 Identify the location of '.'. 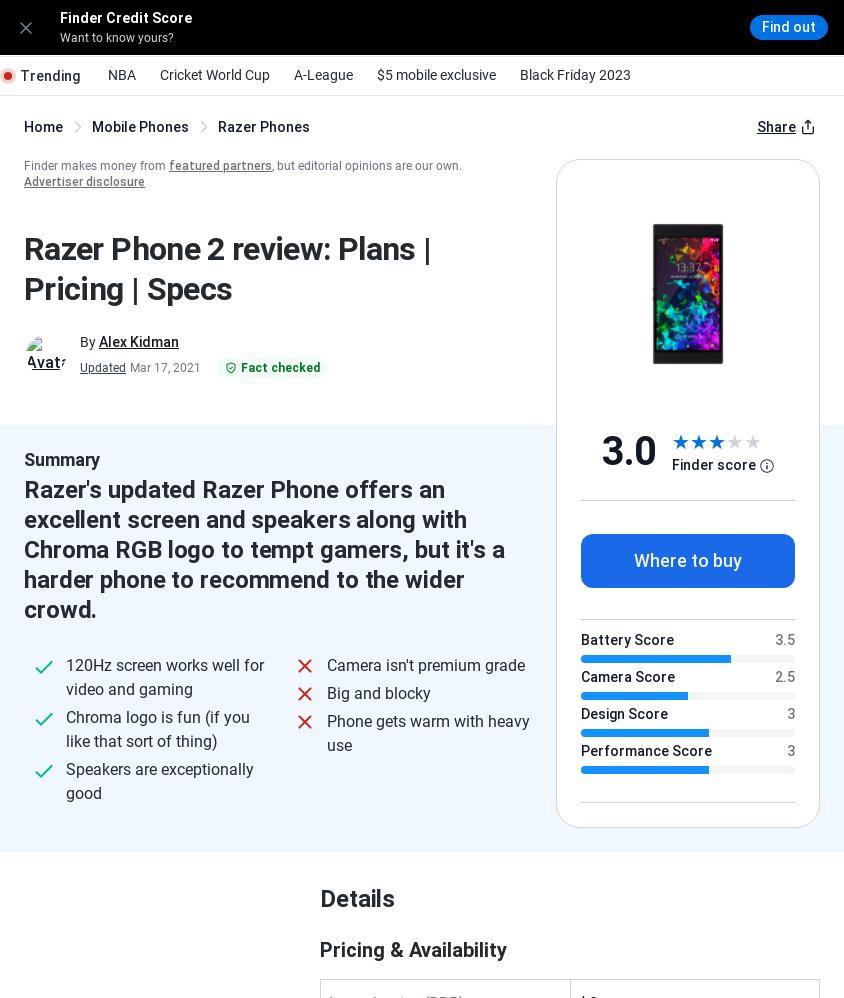
(799, 536).